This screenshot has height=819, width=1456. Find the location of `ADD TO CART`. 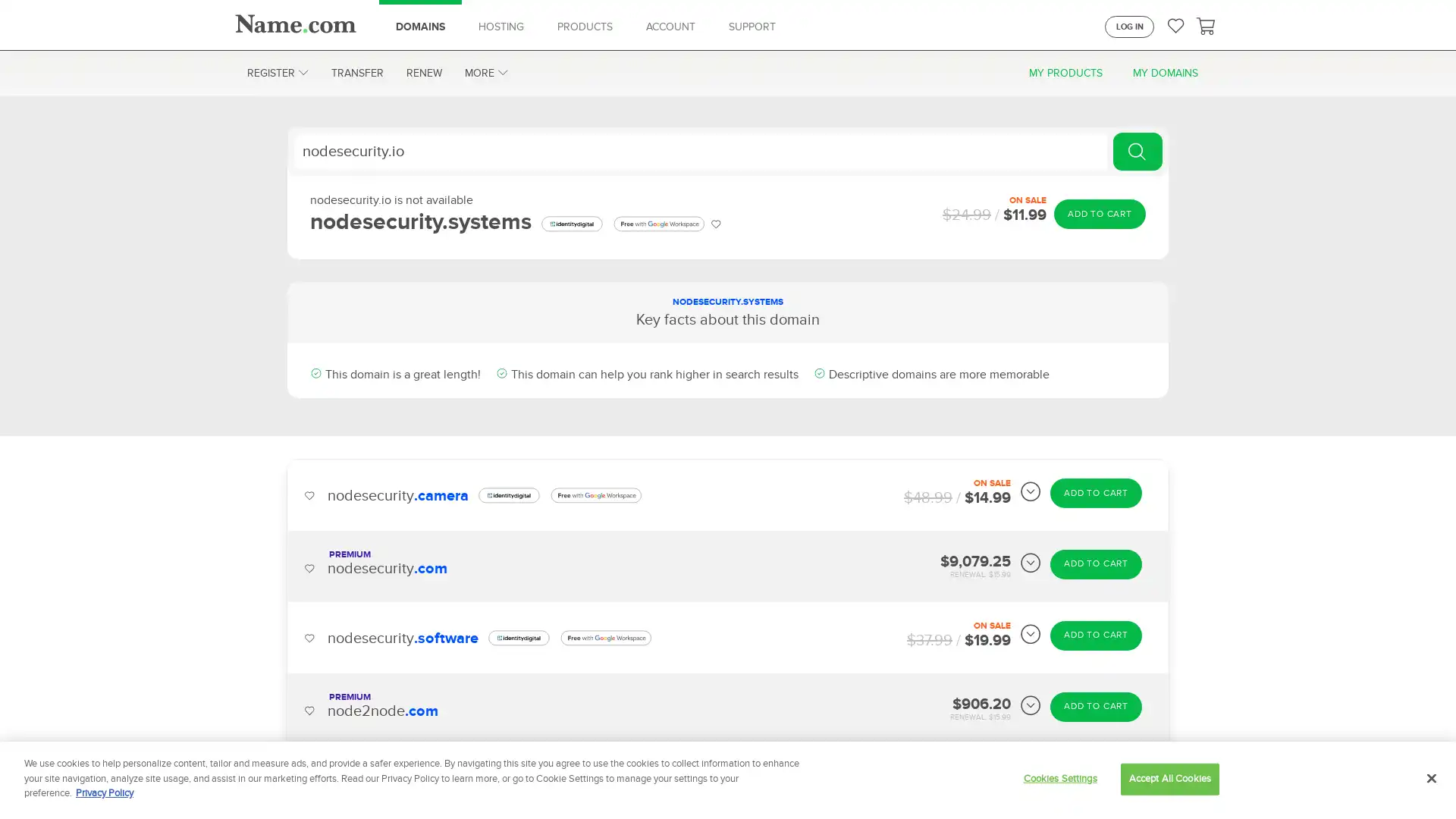

ADD TO CART is located at coordinates (1096, 564).